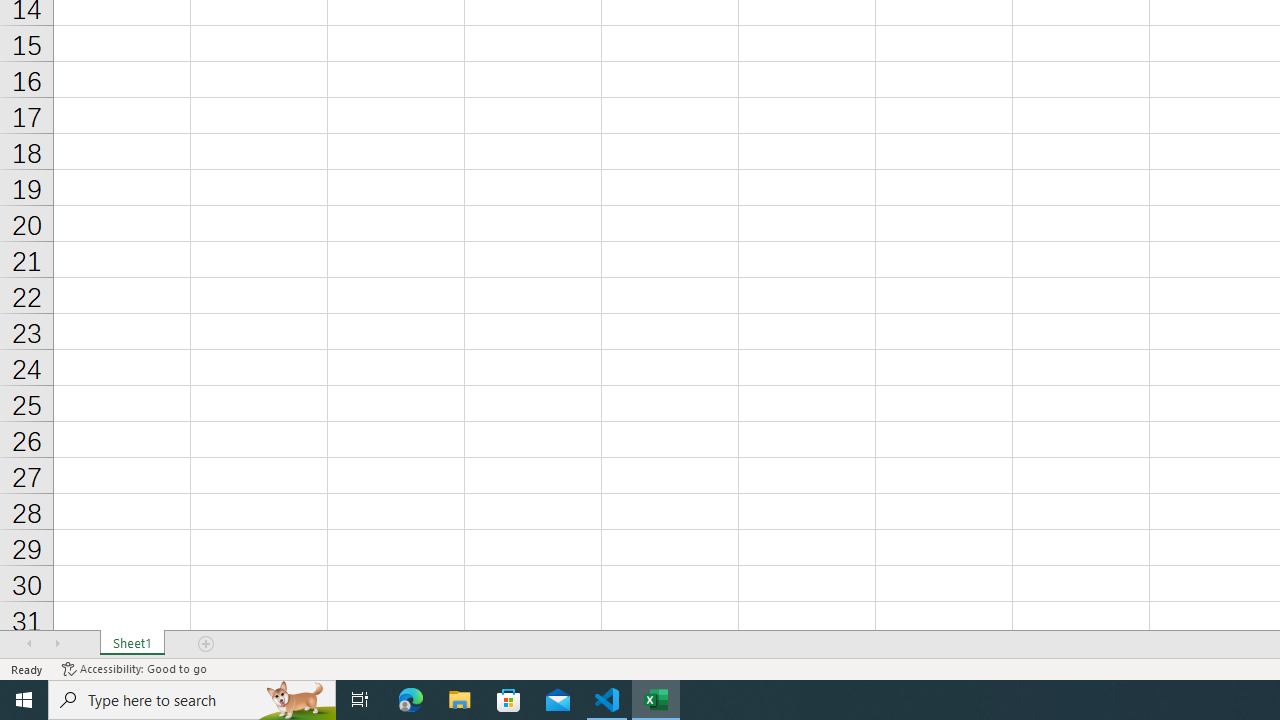 The image size is (1280, 720). I want to click on 'Scroll Left', so click(29, 644).